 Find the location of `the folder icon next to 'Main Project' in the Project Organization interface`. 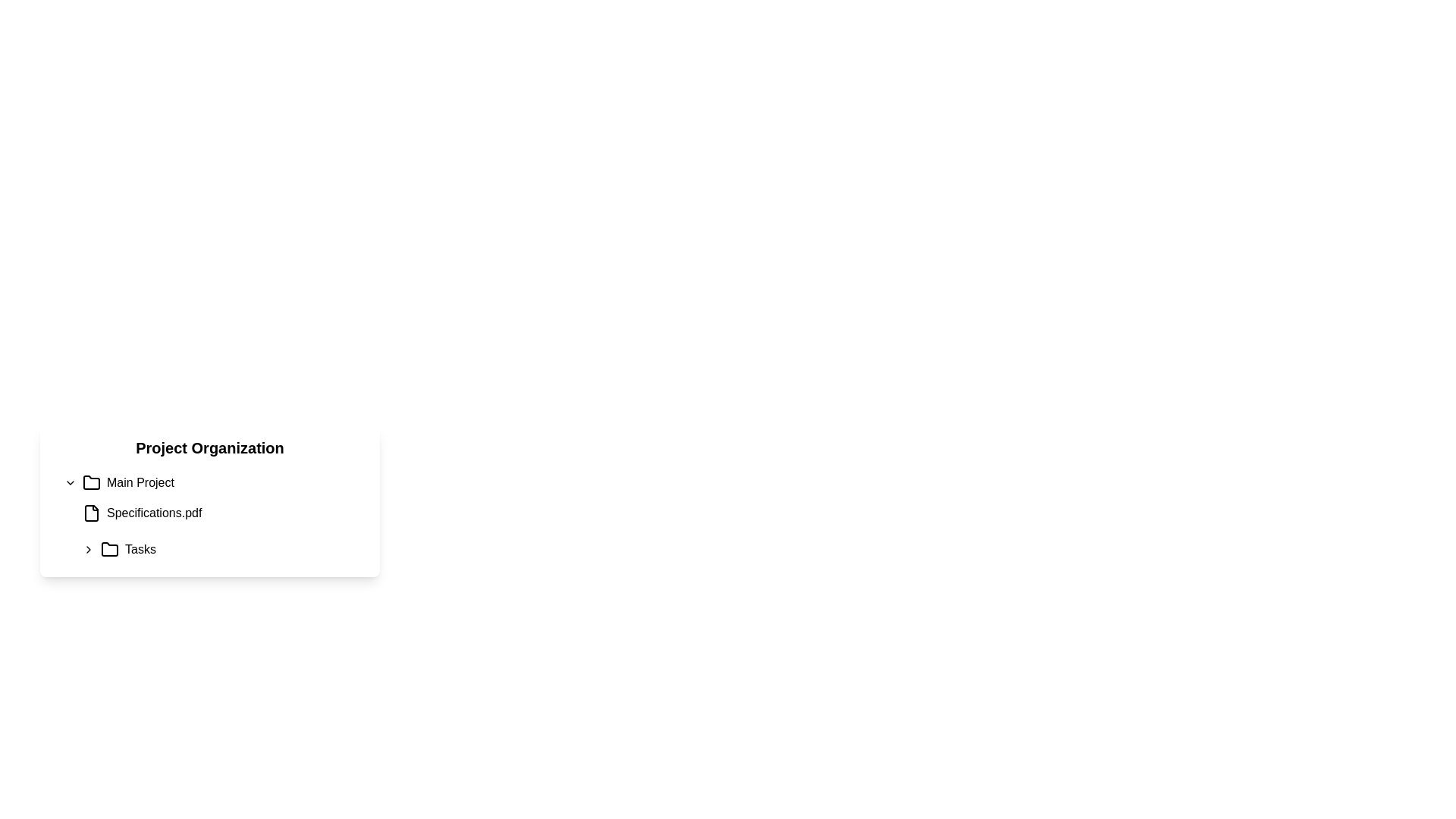

the folder icon next to 'Main Project' in the Project Organization interface is located at coordinates (108, 549).